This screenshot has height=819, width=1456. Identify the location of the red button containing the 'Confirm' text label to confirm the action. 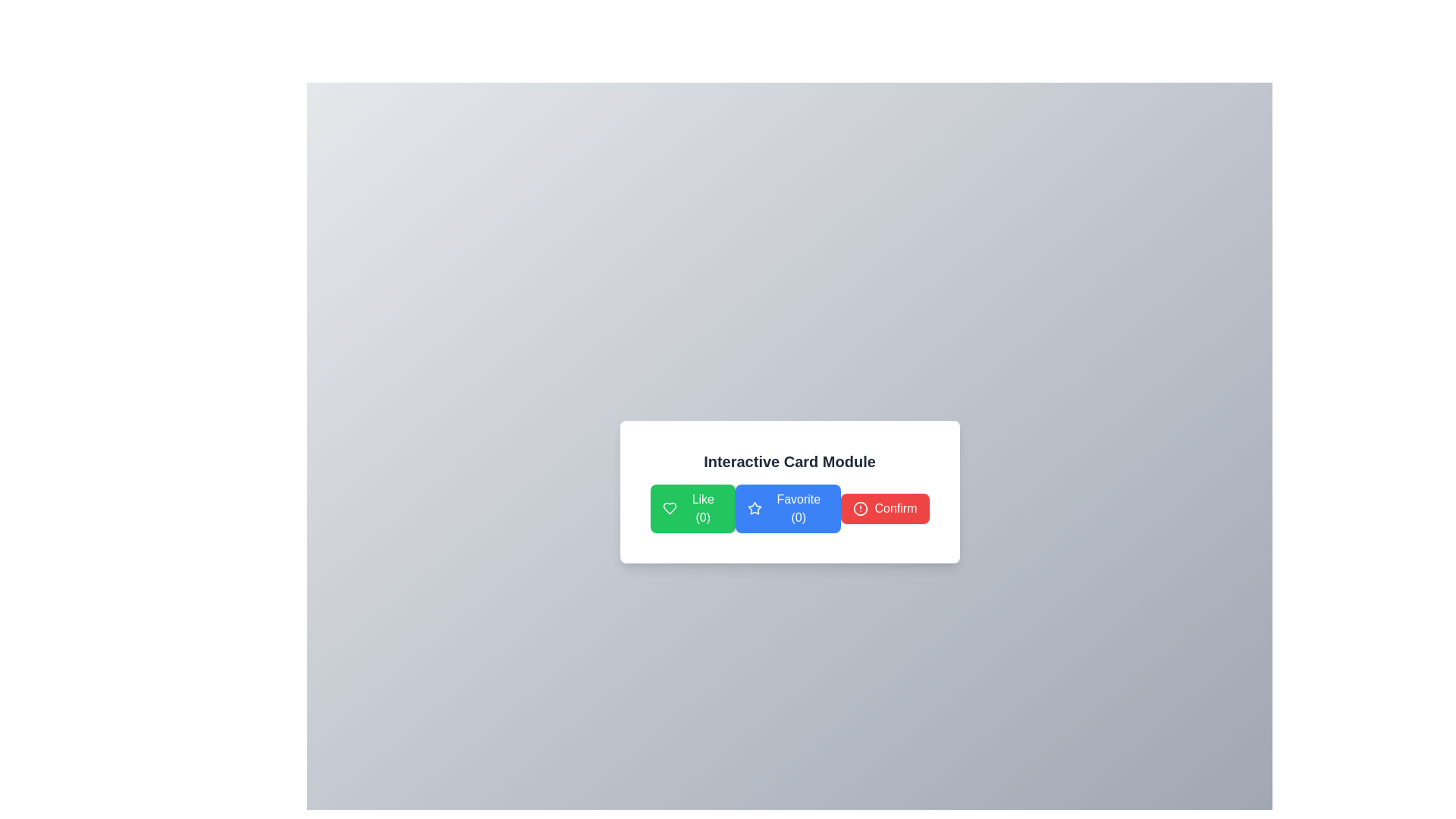
(896, 509).